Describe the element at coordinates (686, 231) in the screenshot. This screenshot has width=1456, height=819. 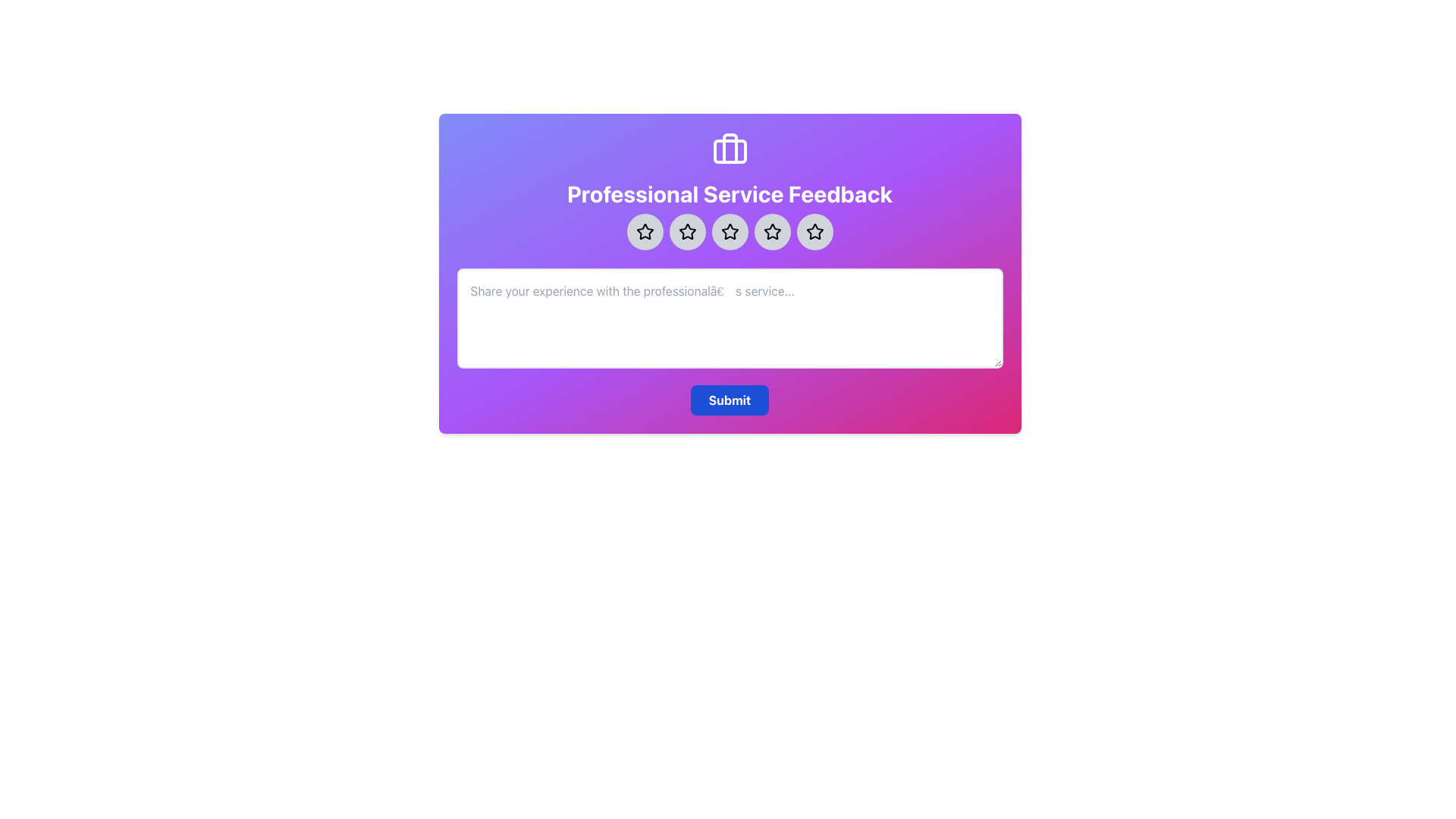
I see `the second star-shaped rating icon, which is part of a group of five stars below the title 'Professional Service Feedback'` at that location.